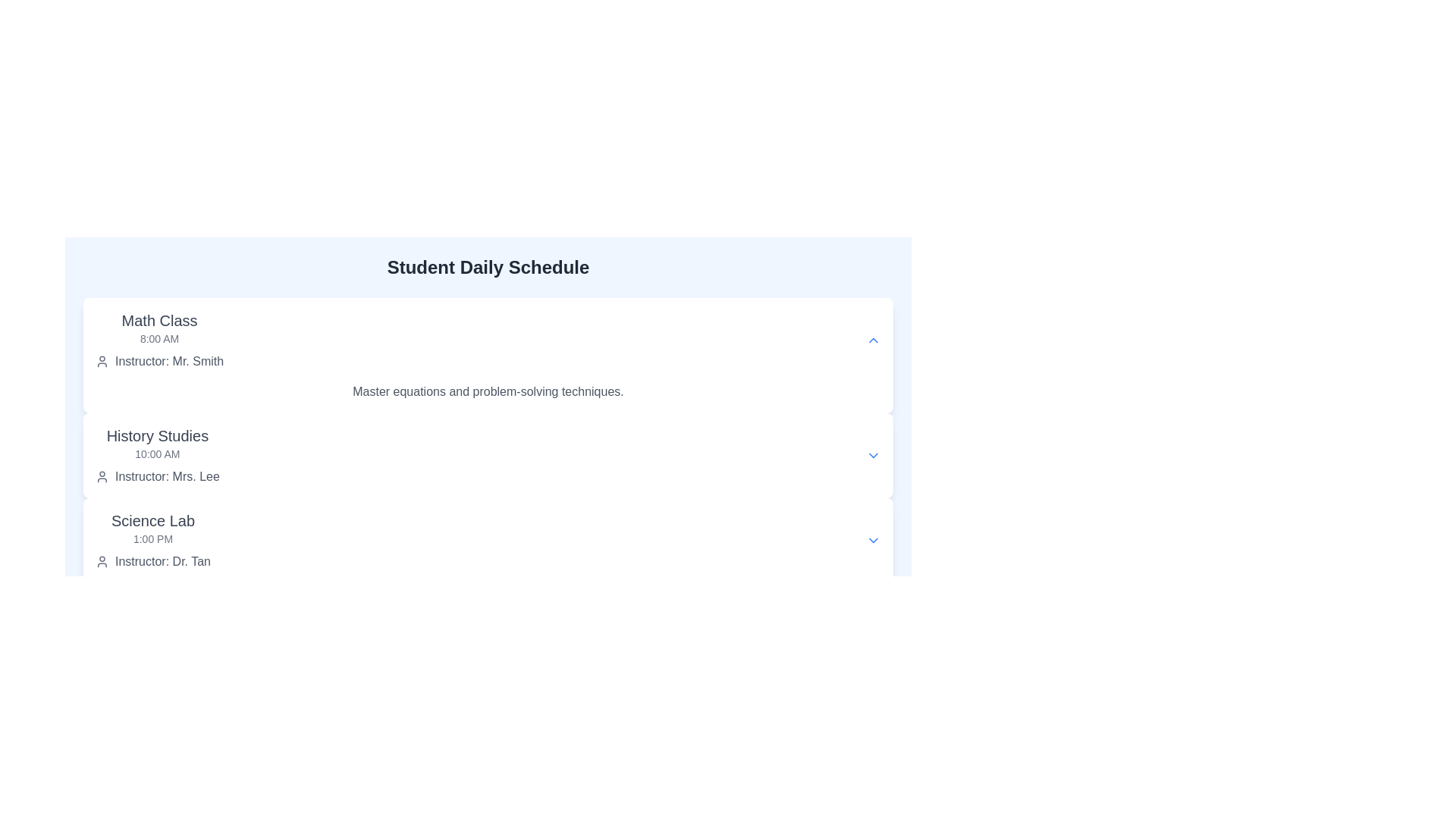 This screenshot has height=819, width=1456. I want to click on the Interactive icon (dropdown toggle) for the 'History Studies' section, so click(874, 455).